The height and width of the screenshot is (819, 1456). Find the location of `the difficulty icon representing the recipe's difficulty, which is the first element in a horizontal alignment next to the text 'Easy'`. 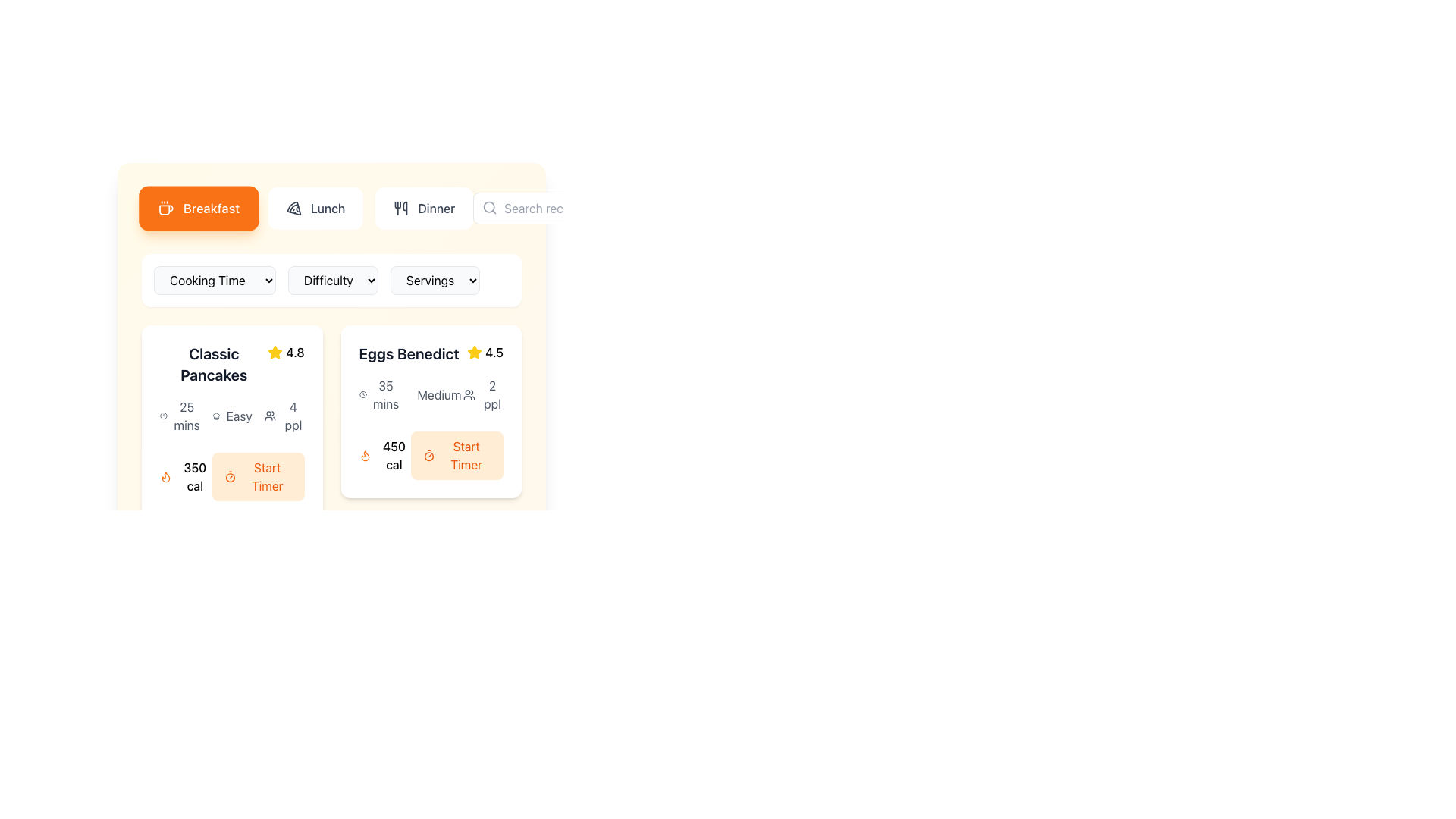

the difficulty icon representing the recipe's difficulty, which is the first element in a horizontal alignment next to the text 'Easy' is located at coordinates (215, 416).